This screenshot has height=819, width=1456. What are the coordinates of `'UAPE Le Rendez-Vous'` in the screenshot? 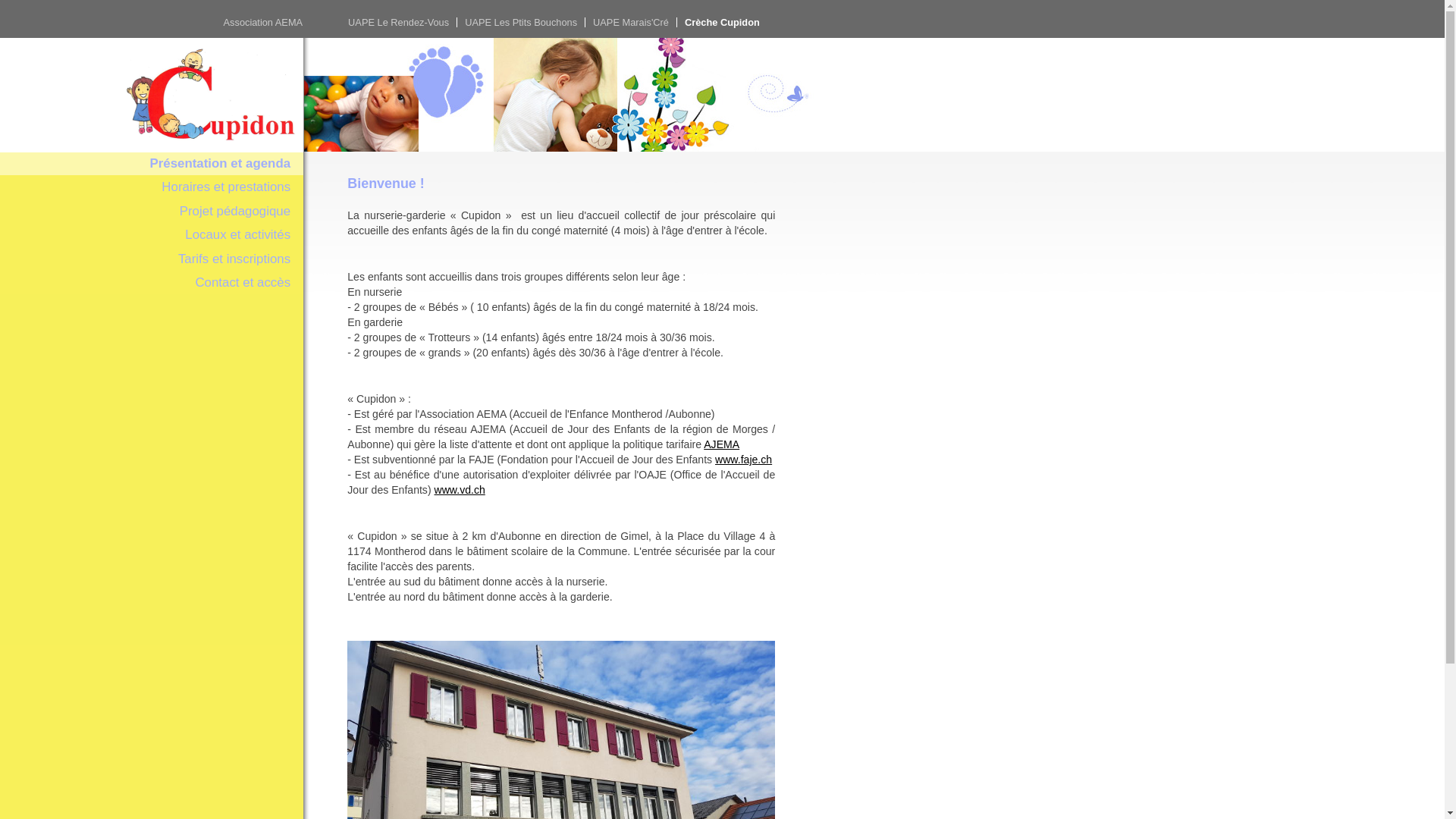 It's located at (398, 22).